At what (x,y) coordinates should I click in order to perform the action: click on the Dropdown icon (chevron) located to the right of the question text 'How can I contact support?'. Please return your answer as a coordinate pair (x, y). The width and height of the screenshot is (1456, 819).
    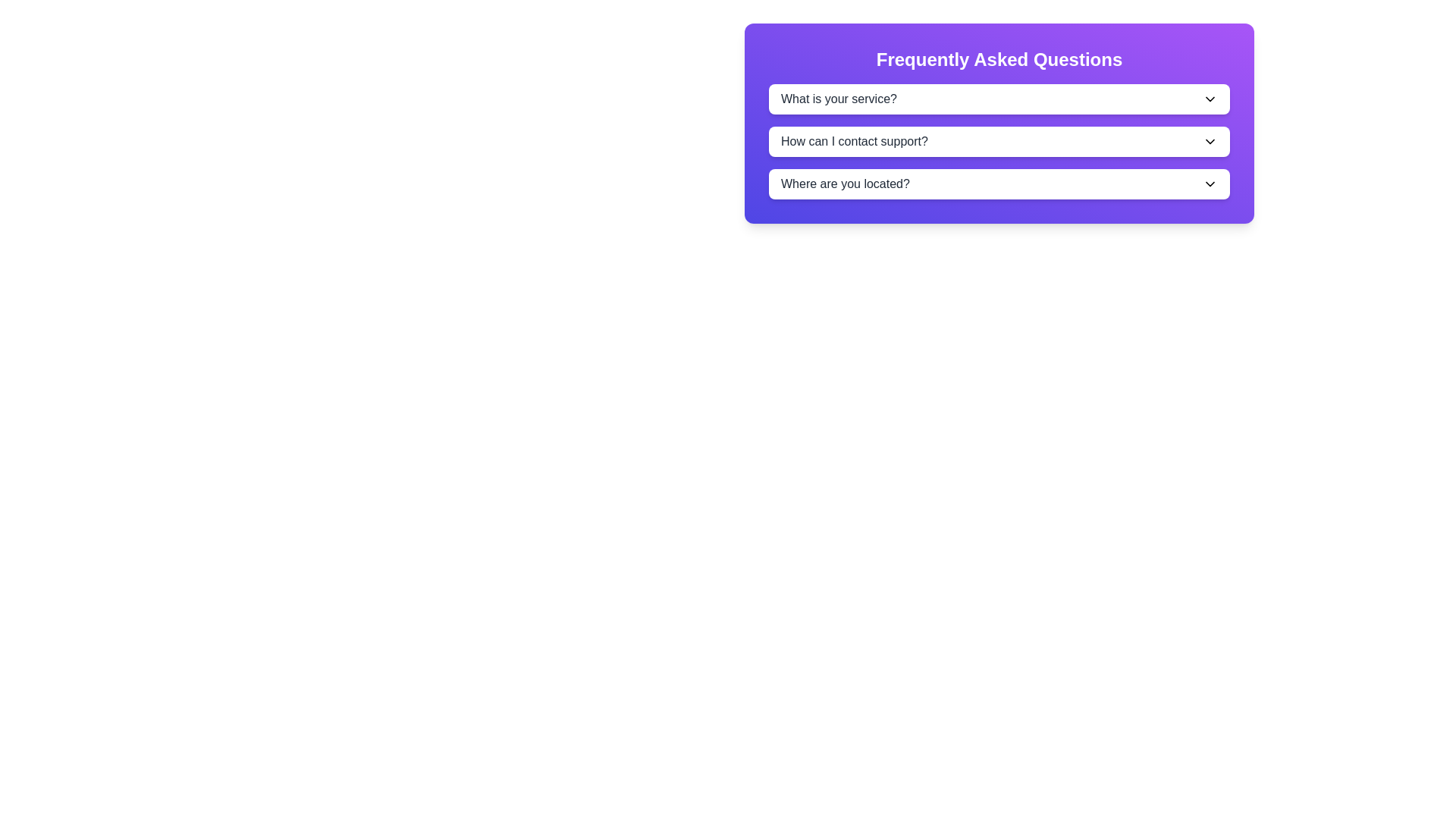
    Looking at the image, I should click on (1210, 141).